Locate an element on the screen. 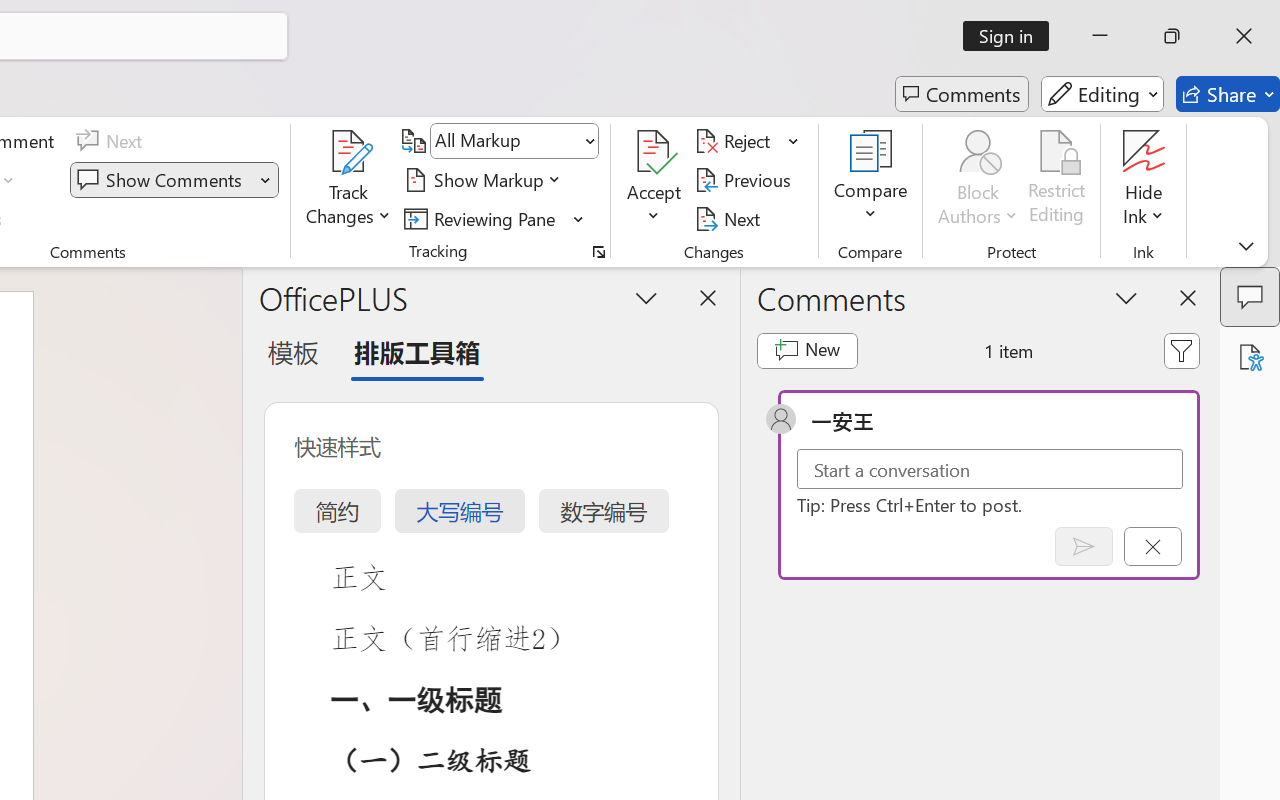 Image resolution: width=1280 pixels, height=800 pixels. 'Previous' is located at coordinates (745, 179).